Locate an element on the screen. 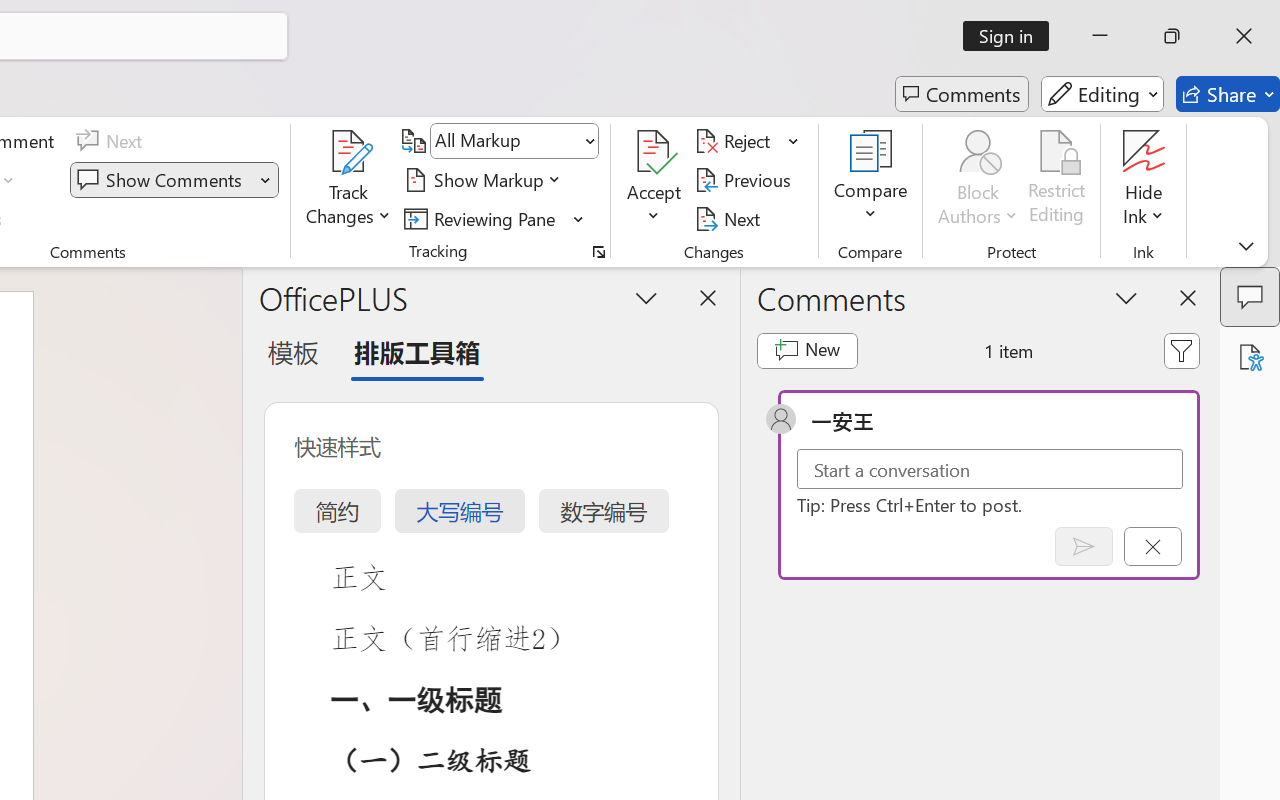 Image resolution: width=1280 pixels, height=800 pixels. 'Previous' is located at coordinates (745, 179).